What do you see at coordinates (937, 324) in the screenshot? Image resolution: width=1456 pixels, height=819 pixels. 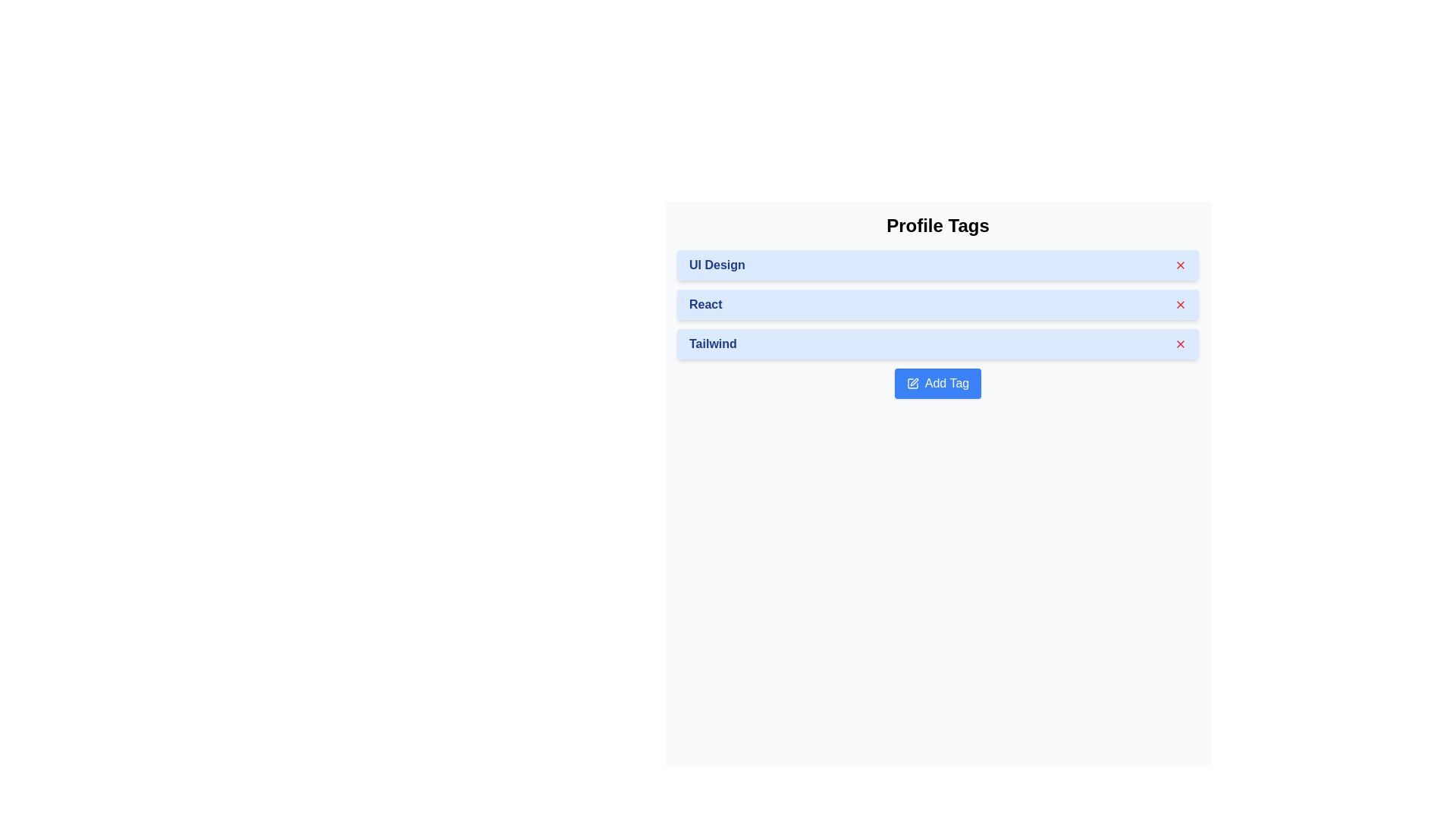 I see `the 'React' tag in the 'Profile Tags' section` at bounding box center [937, 324].